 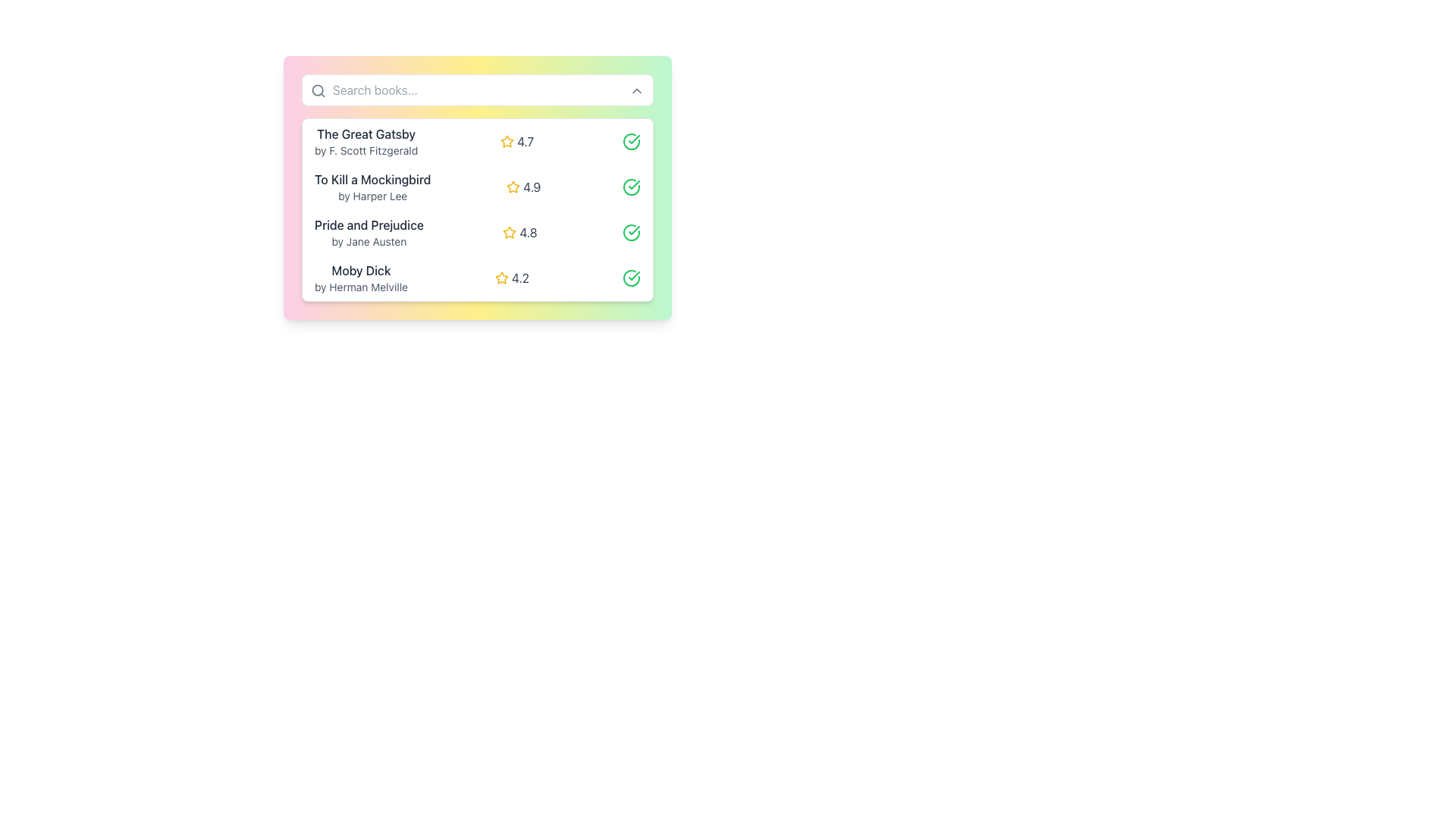 What do you see at coordinates (519, 233) in the screenshot?
I see `numeric rating of '4.8' displayed in the rating indicator, which consists of a yellow star icon followed by the gray text, located within the 'Pride and Prejudice by Jane Austen' list item` at bounding box center [519, 233].